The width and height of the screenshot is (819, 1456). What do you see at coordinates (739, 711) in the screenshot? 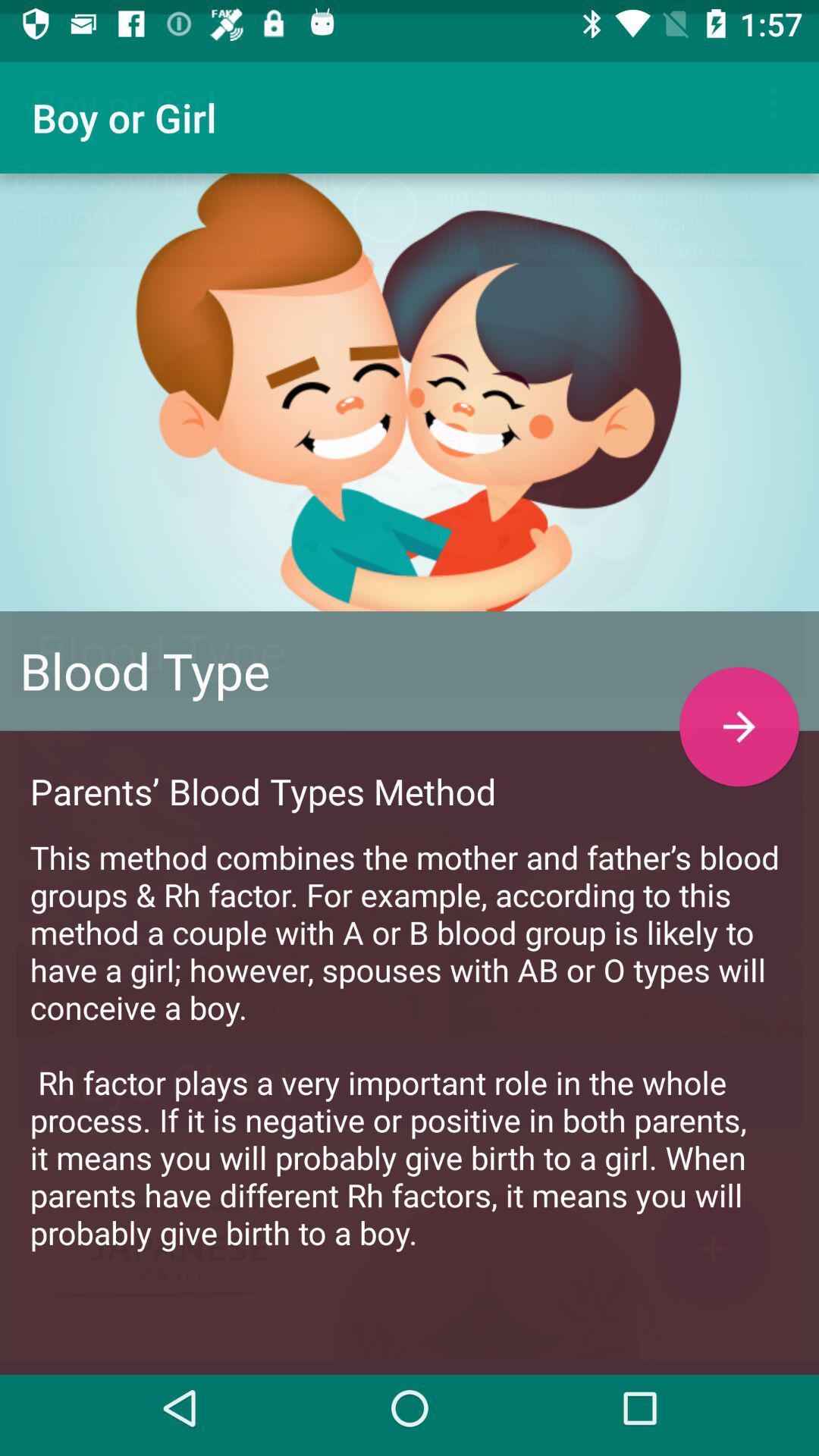
I see `app next to the parents blood types item` at bounding box center [739, 711].